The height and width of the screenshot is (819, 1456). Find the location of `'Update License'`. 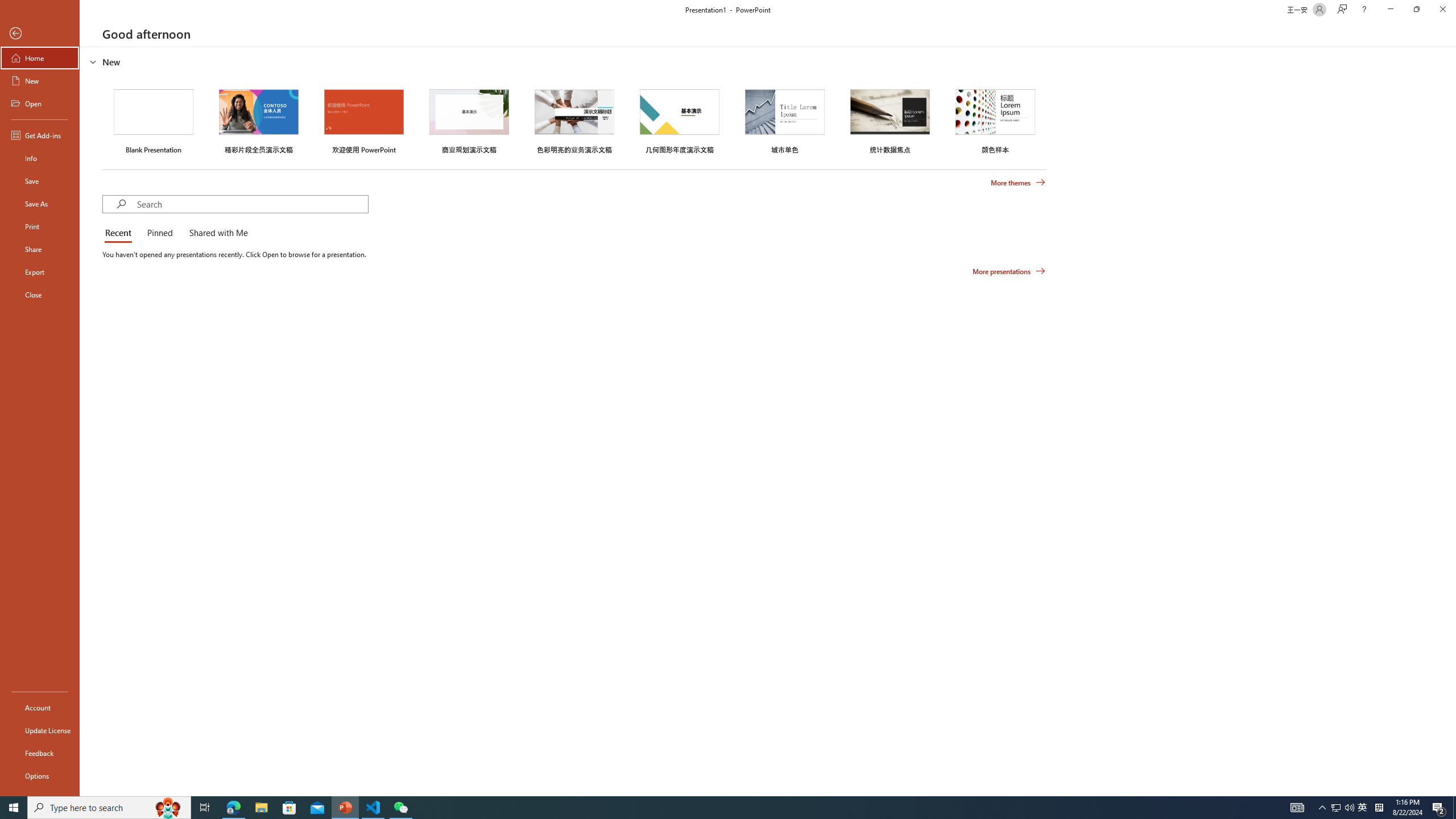

'Update License' is located at coordinates (39, 730).